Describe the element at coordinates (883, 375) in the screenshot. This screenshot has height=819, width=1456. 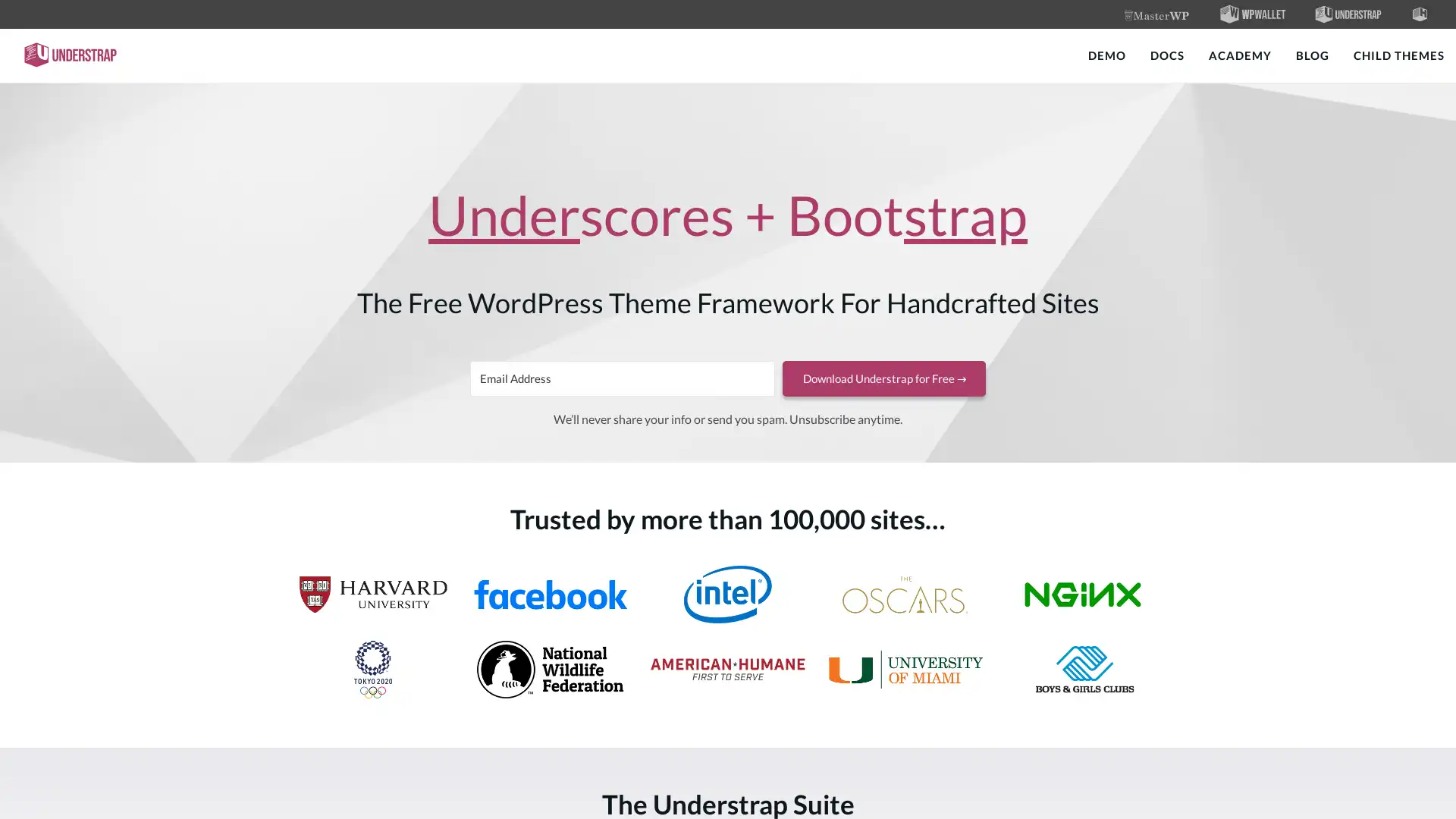
I see `Download Understrap for Free` at that location.